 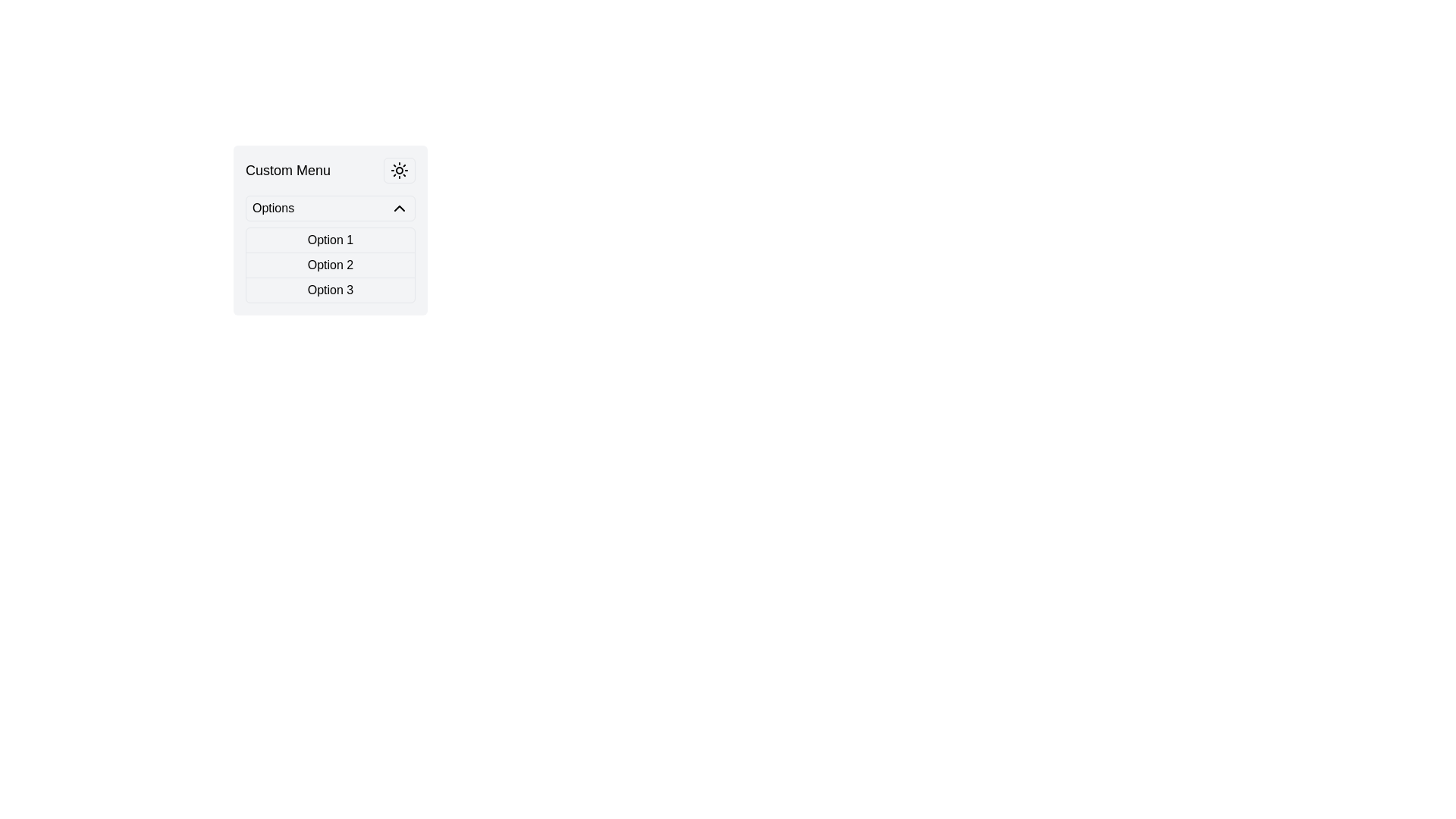 What do you see at coordinates (400, 208) in the screenshot?
I see `the upward-pointing chevron icon located to the far right of the 'Options' label` at bounding box center [400, 208].